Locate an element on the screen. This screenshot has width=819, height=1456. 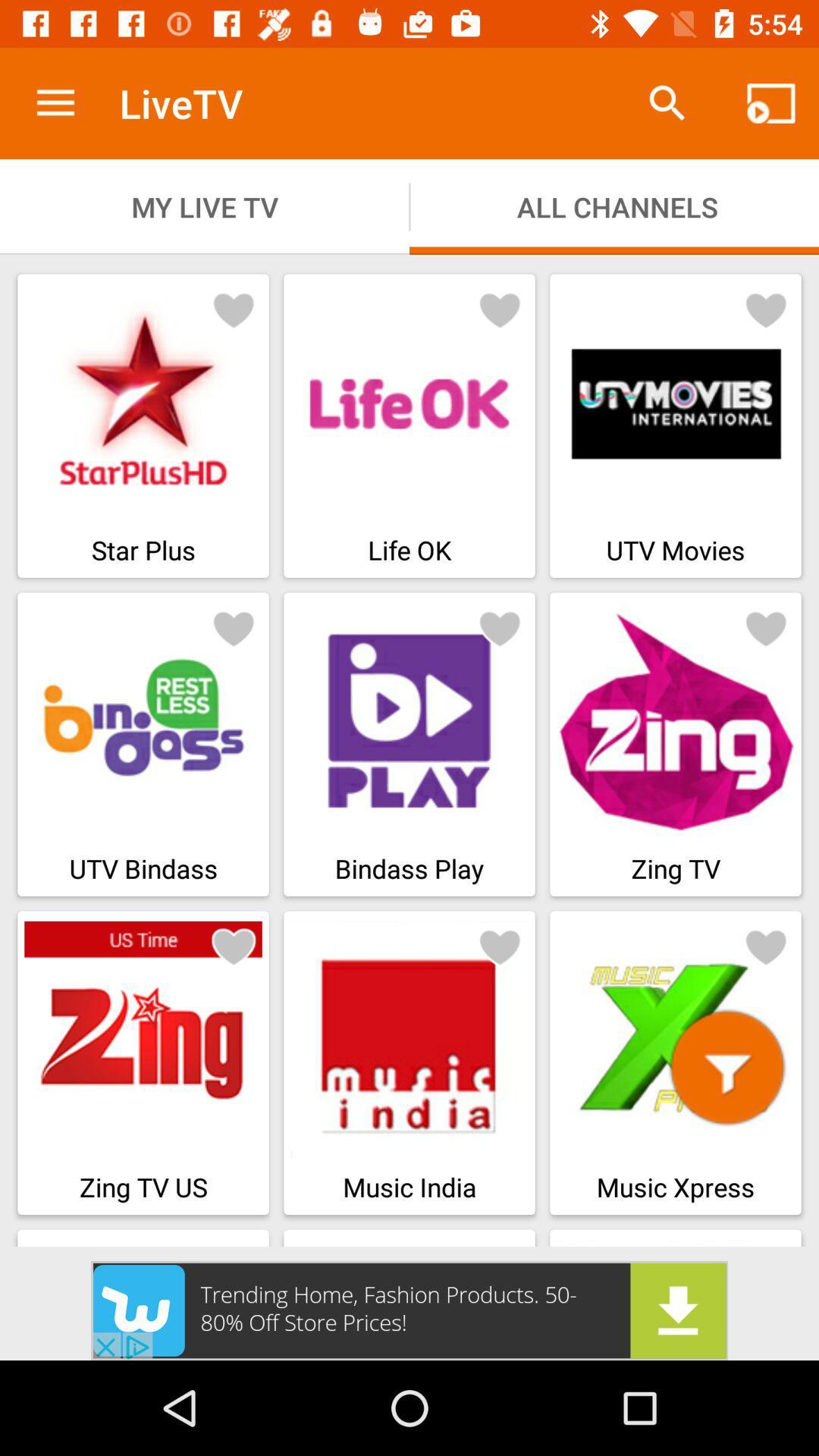
advertisement to favorites is located at coordinates (234, 628).